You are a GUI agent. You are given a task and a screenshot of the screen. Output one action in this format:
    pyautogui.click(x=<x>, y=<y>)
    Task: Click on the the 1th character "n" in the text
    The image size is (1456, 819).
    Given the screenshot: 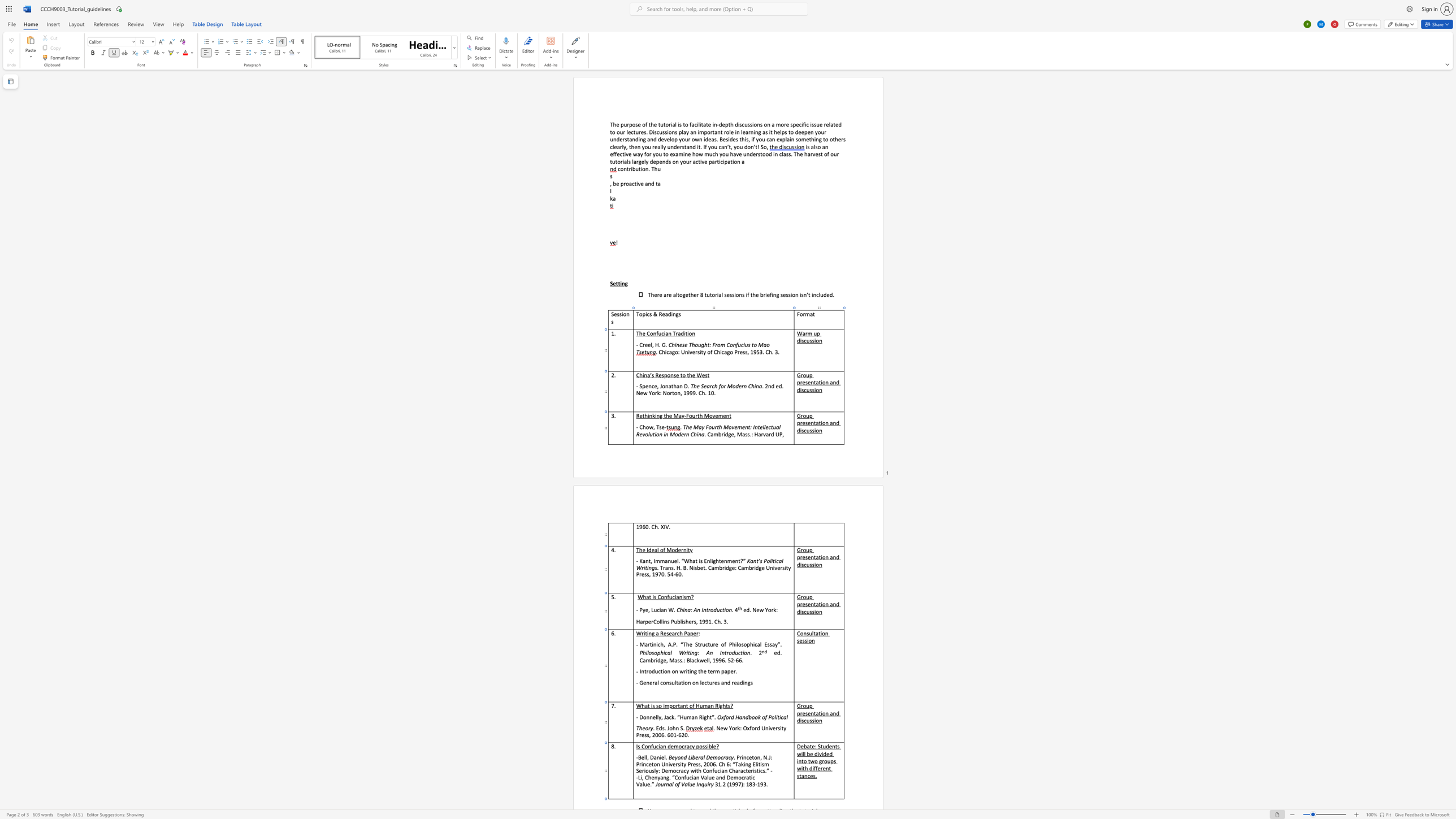 What is the action you would take?
    pyautogui.click(x=682, y=757)
    